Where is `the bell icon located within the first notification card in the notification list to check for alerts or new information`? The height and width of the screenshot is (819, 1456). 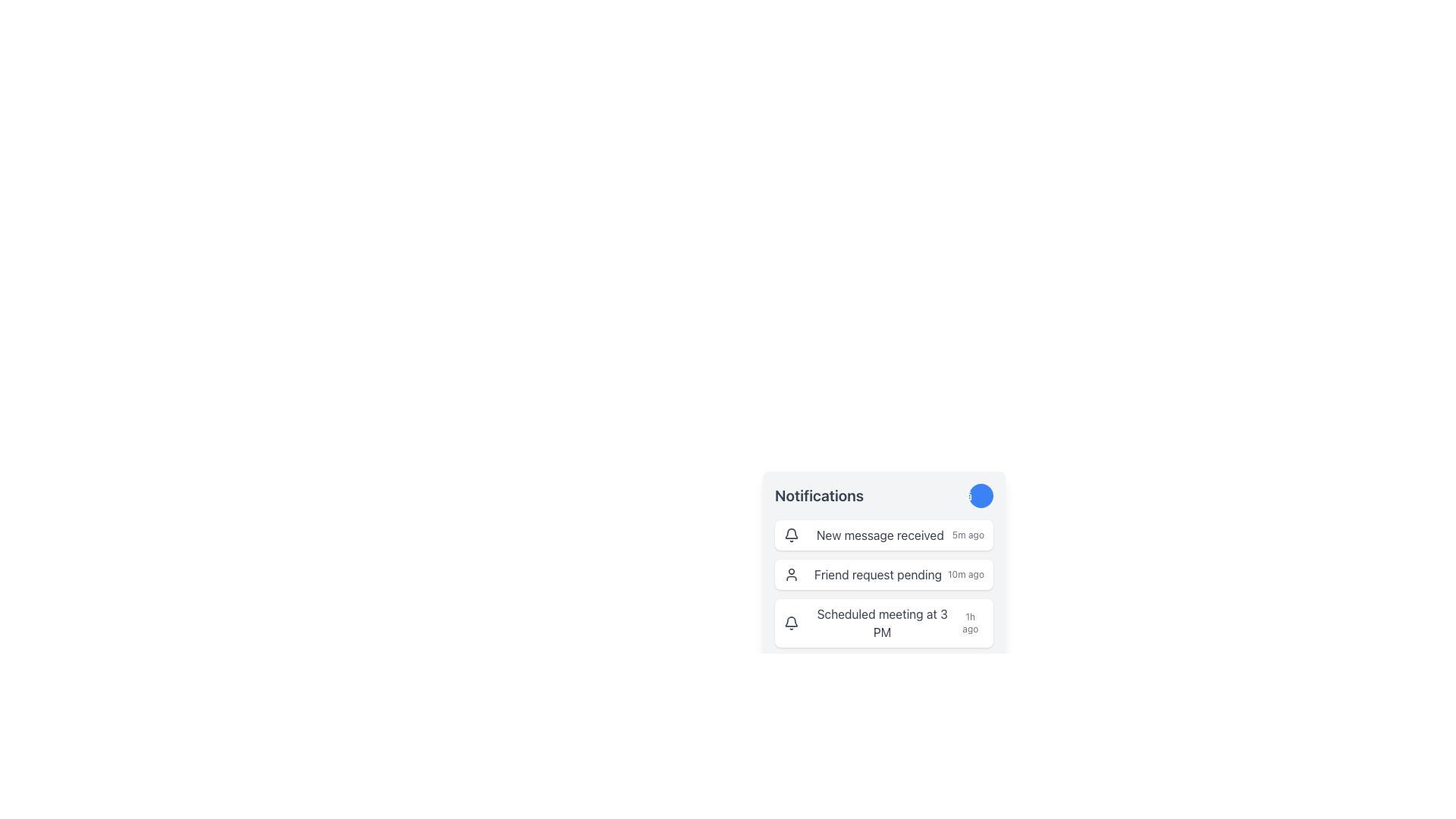
the bell icon located within the first notification card in the notification list to check for alerts or new information is located at coordinates (790, 534).